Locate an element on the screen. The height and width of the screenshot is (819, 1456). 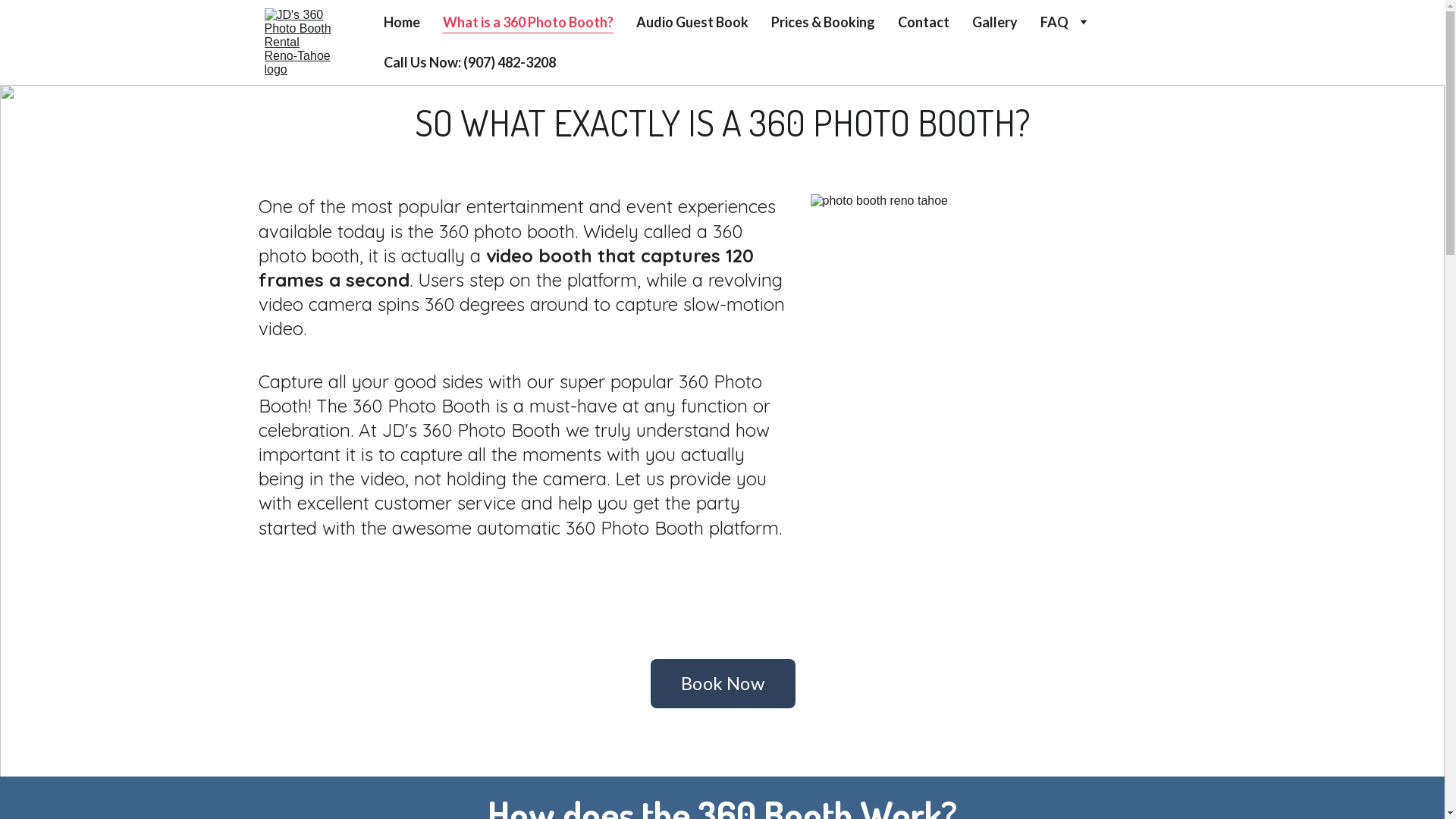
'photo booth reno tahoe' is located at coordinates (997, 381).